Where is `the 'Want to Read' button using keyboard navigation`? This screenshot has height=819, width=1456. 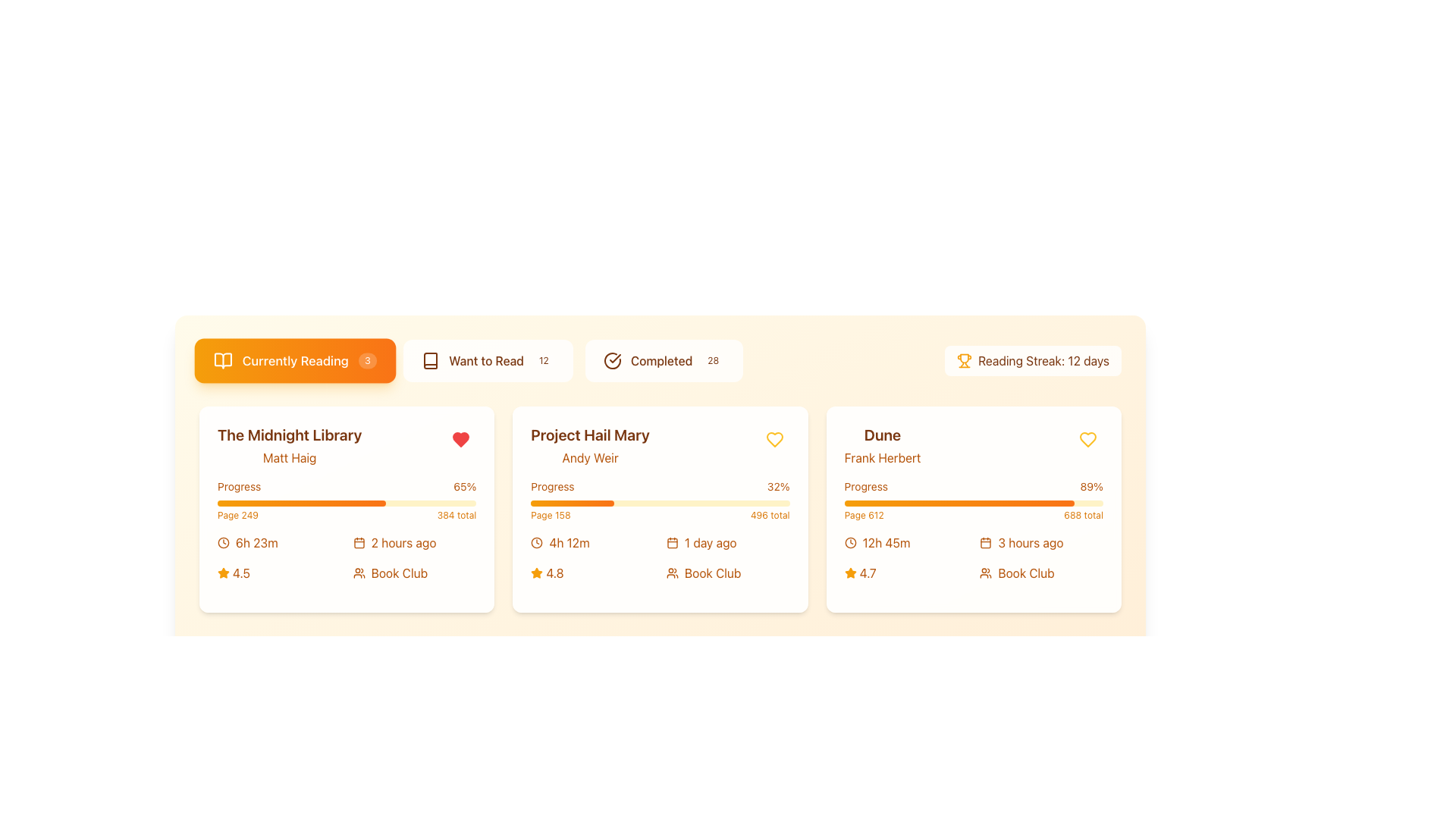 the 'Want to Read' button using keyboard navigation is located at coordinates (488, 360).